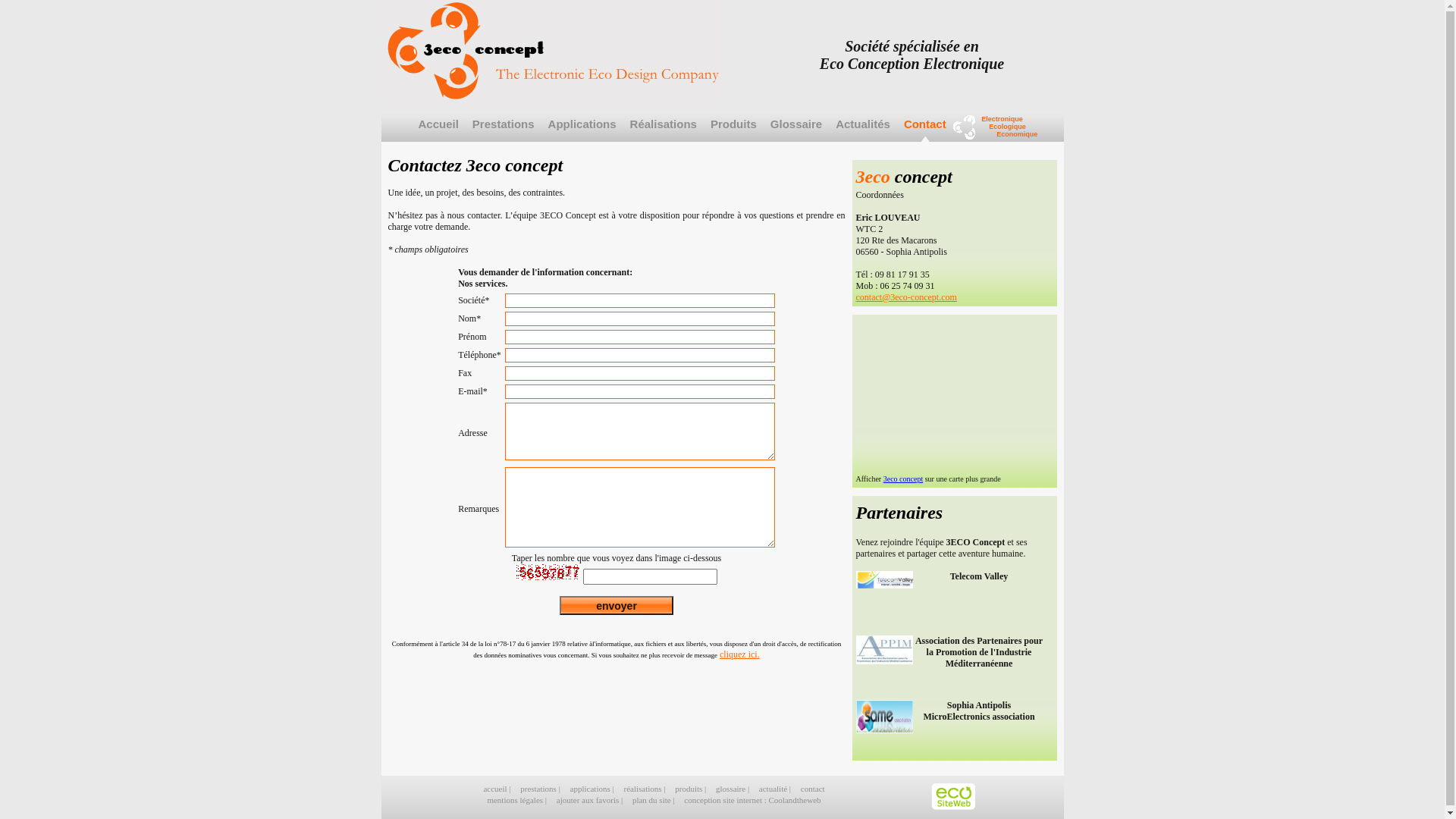 The height and width of the screenshot is (819, 1456). Describe the element at coordinates (541, 788) in the screenshot. I see `'prestations |'` at that location.